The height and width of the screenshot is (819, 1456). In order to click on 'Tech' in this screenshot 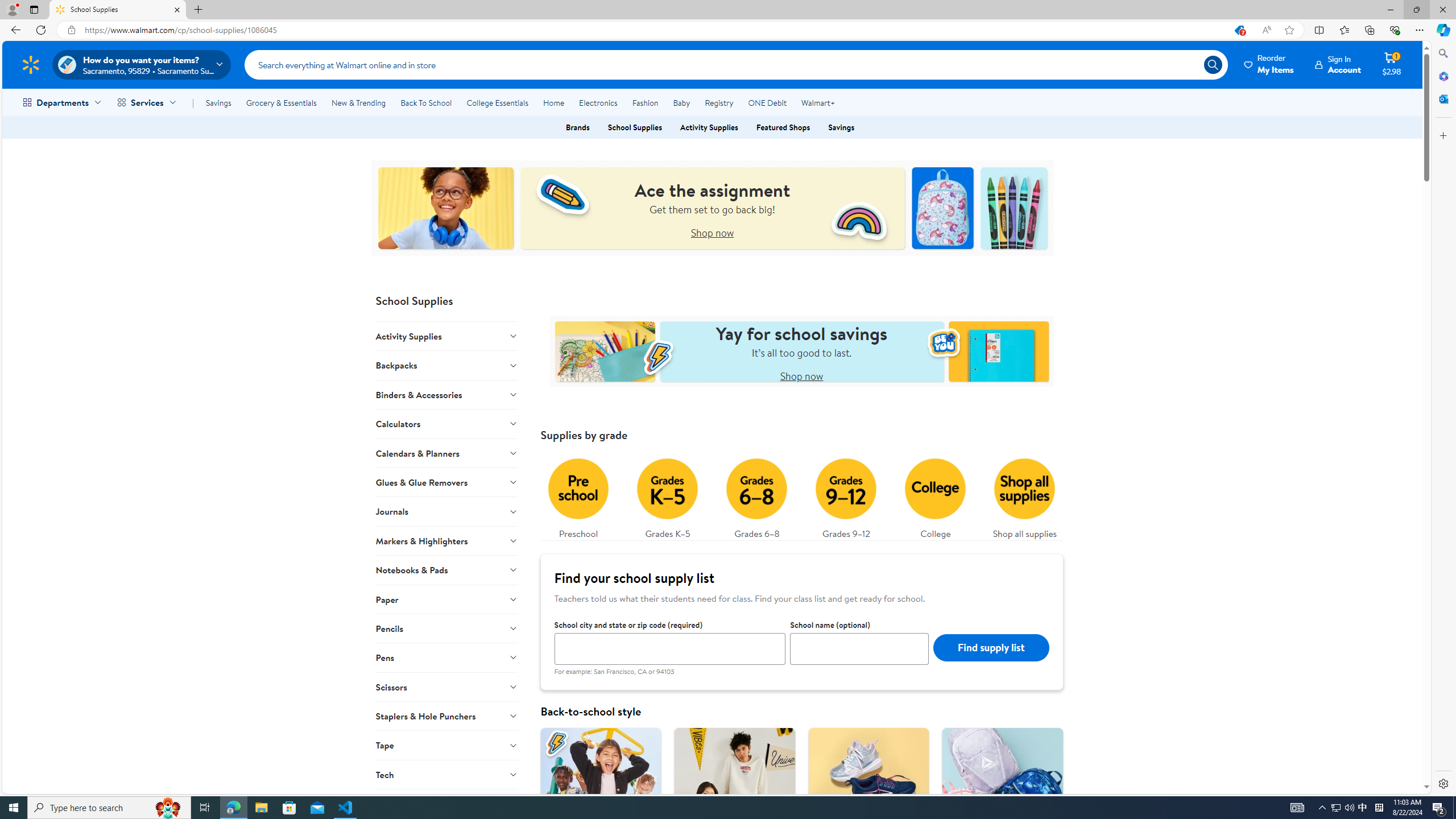, I will do `click(446, 773)`.